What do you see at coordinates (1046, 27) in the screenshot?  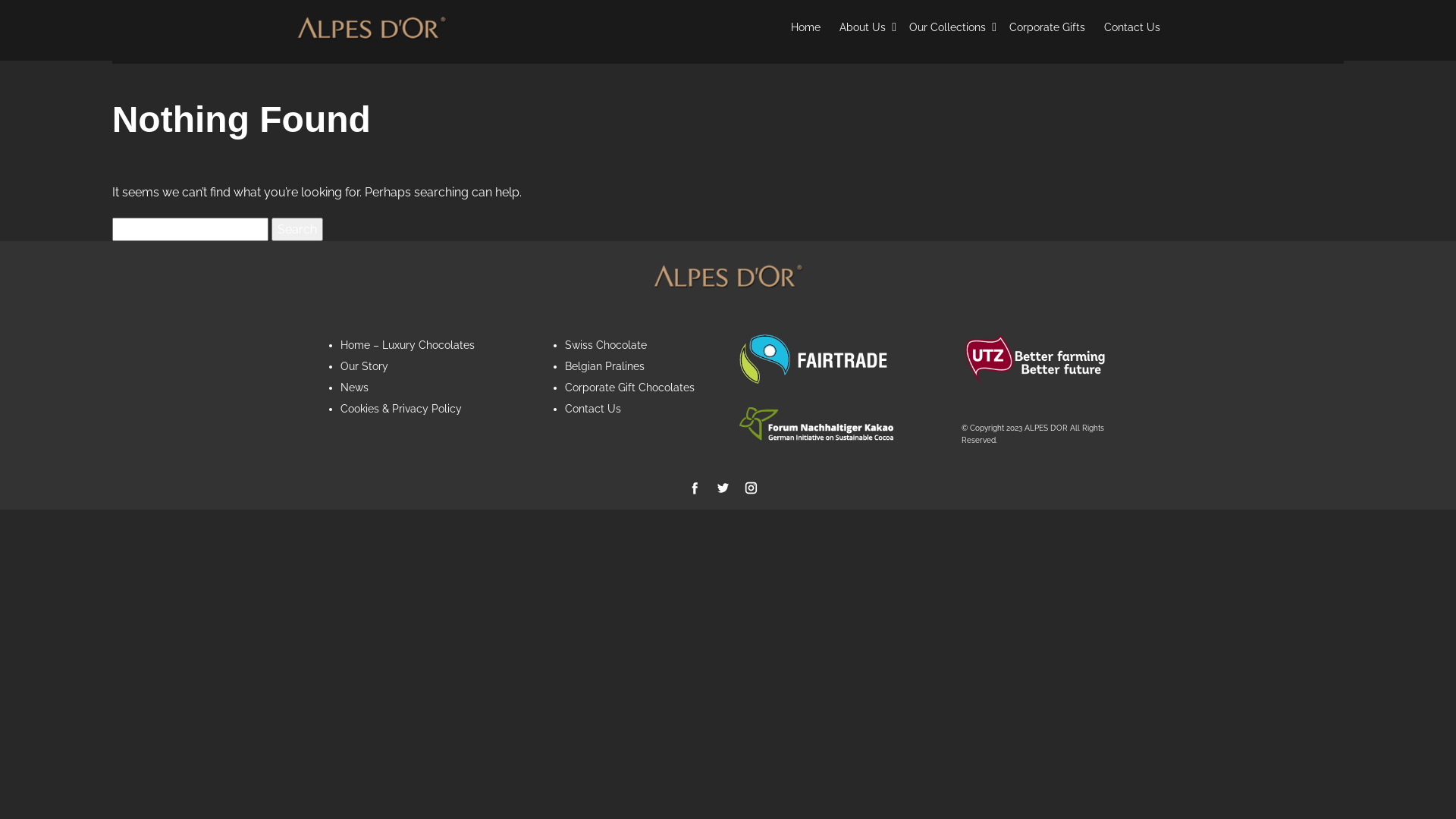 I see `'Corporate Gifts'` at bounding box center [1046, 27].